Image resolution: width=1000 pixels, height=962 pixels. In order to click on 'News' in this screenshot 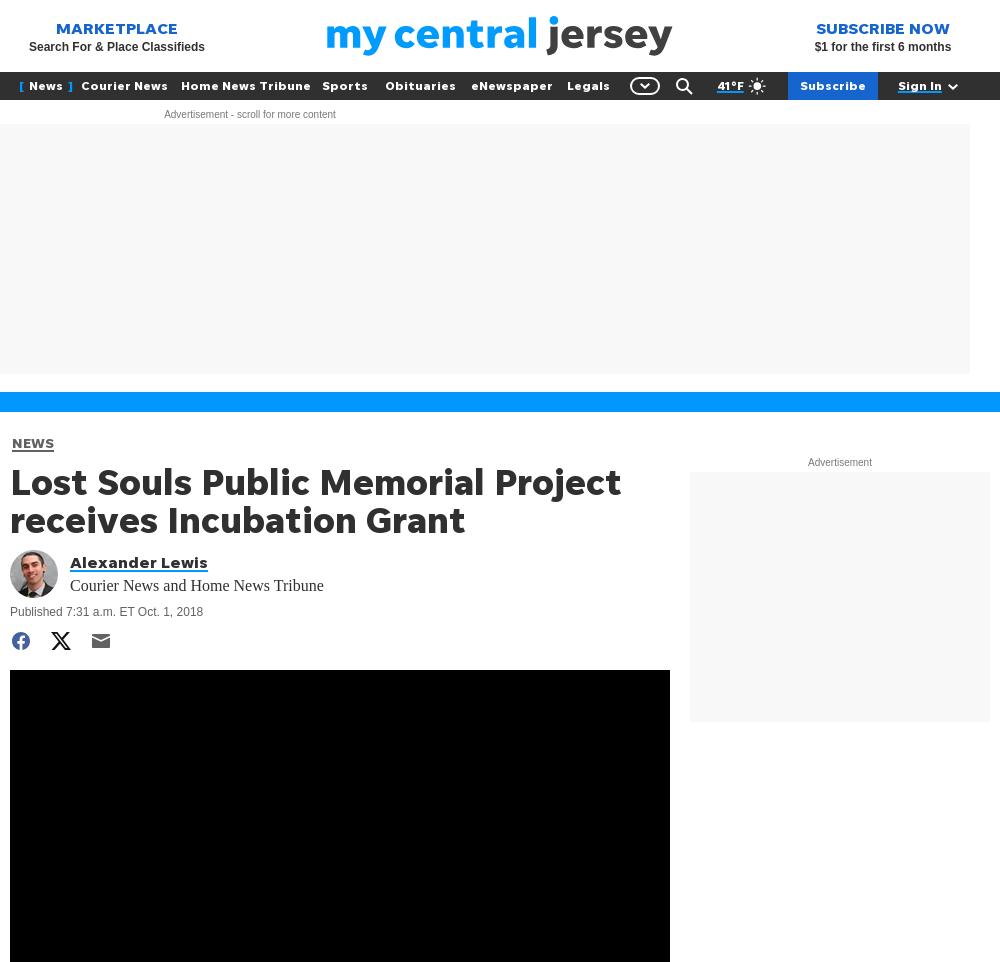, I will do `click(29, 85)`.